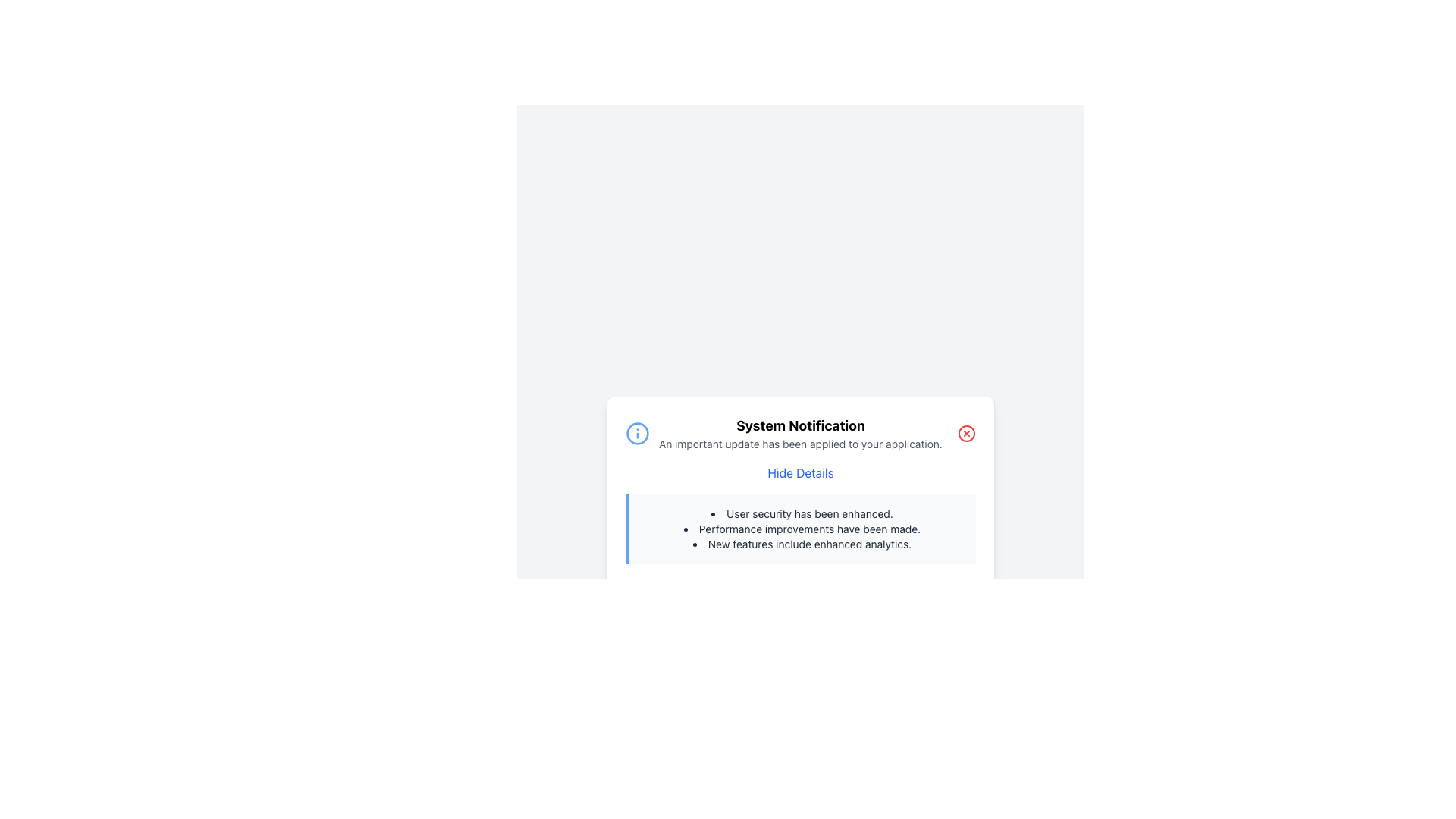 The width and height of the screenshot is (1456, 819). Describe the element at coordinates (800, 433) in the screenshot. I see `the Notification bar with the title 'System Notification' which includes a blue info icon on the left and a red close icon on the right` at that location.